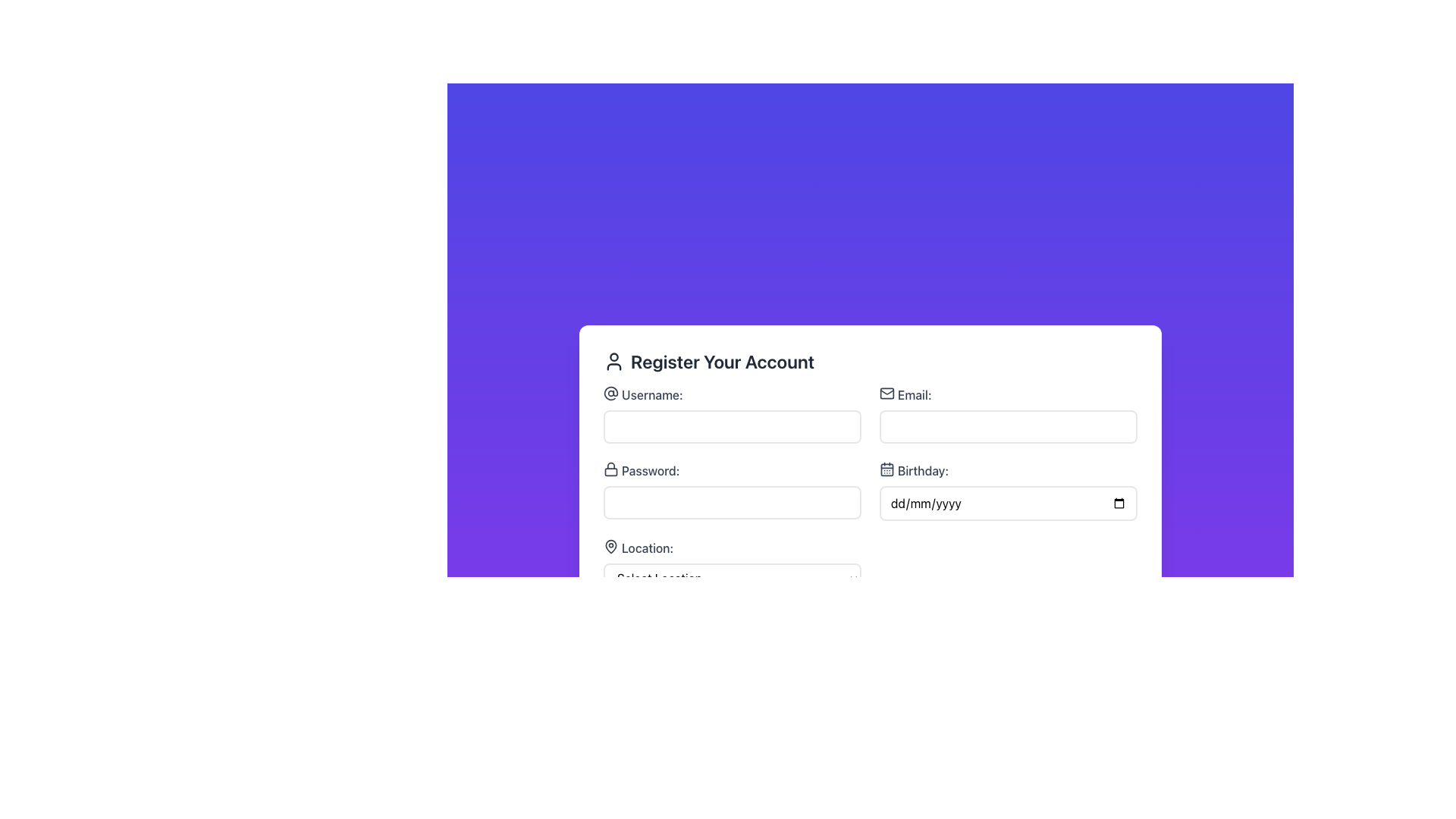 This screenshot has height=819, width=1456. I want to click on the lock icon, which has a simple and clean design with a rectangular base and a rounded shackle, located to the immediate left of the 'Password' field label, so click(611, 468).